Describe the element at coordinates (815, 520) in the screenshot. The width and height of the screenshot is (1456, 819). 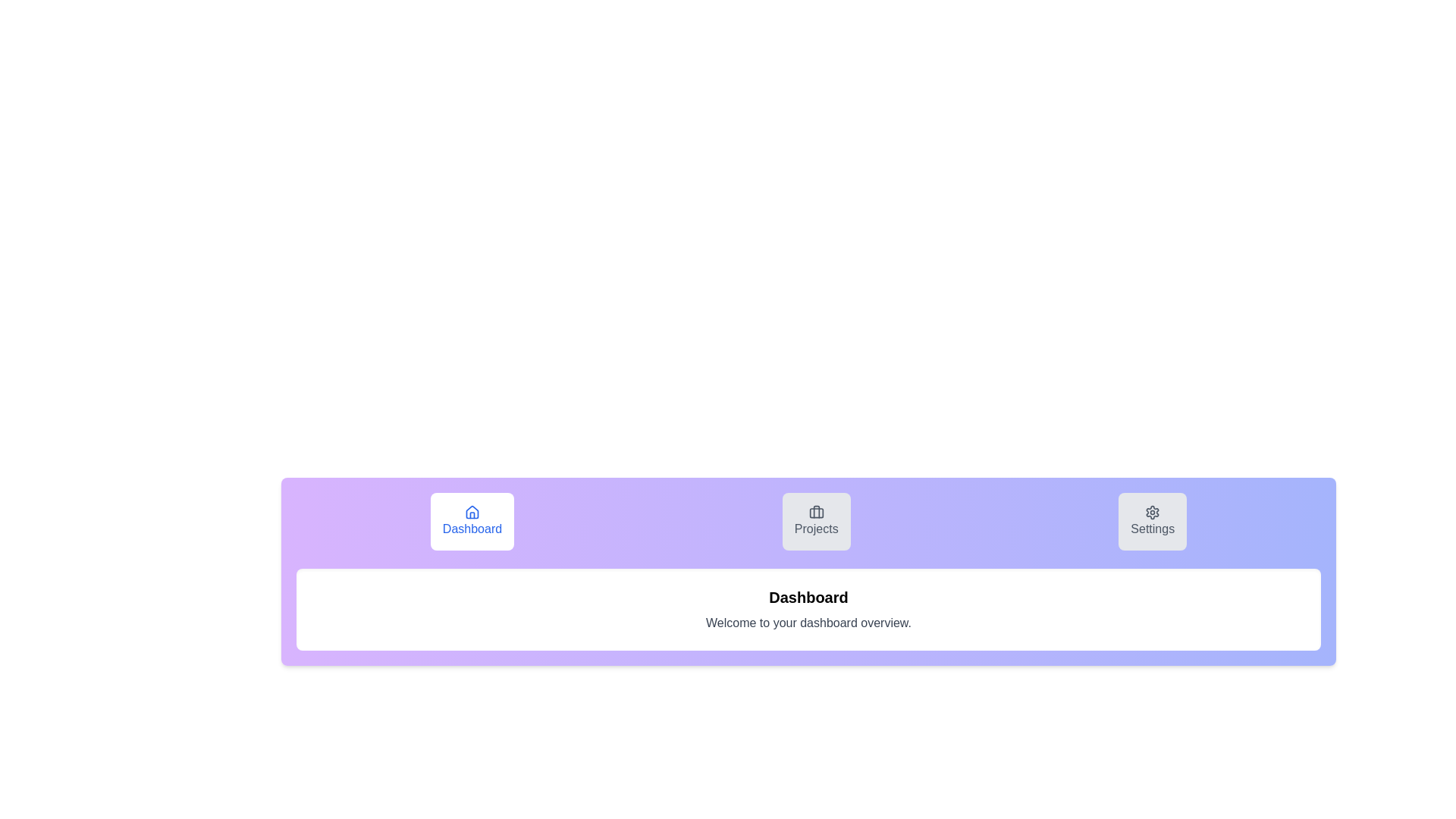
I see `the Projects tab by clicking on its button` at that location.